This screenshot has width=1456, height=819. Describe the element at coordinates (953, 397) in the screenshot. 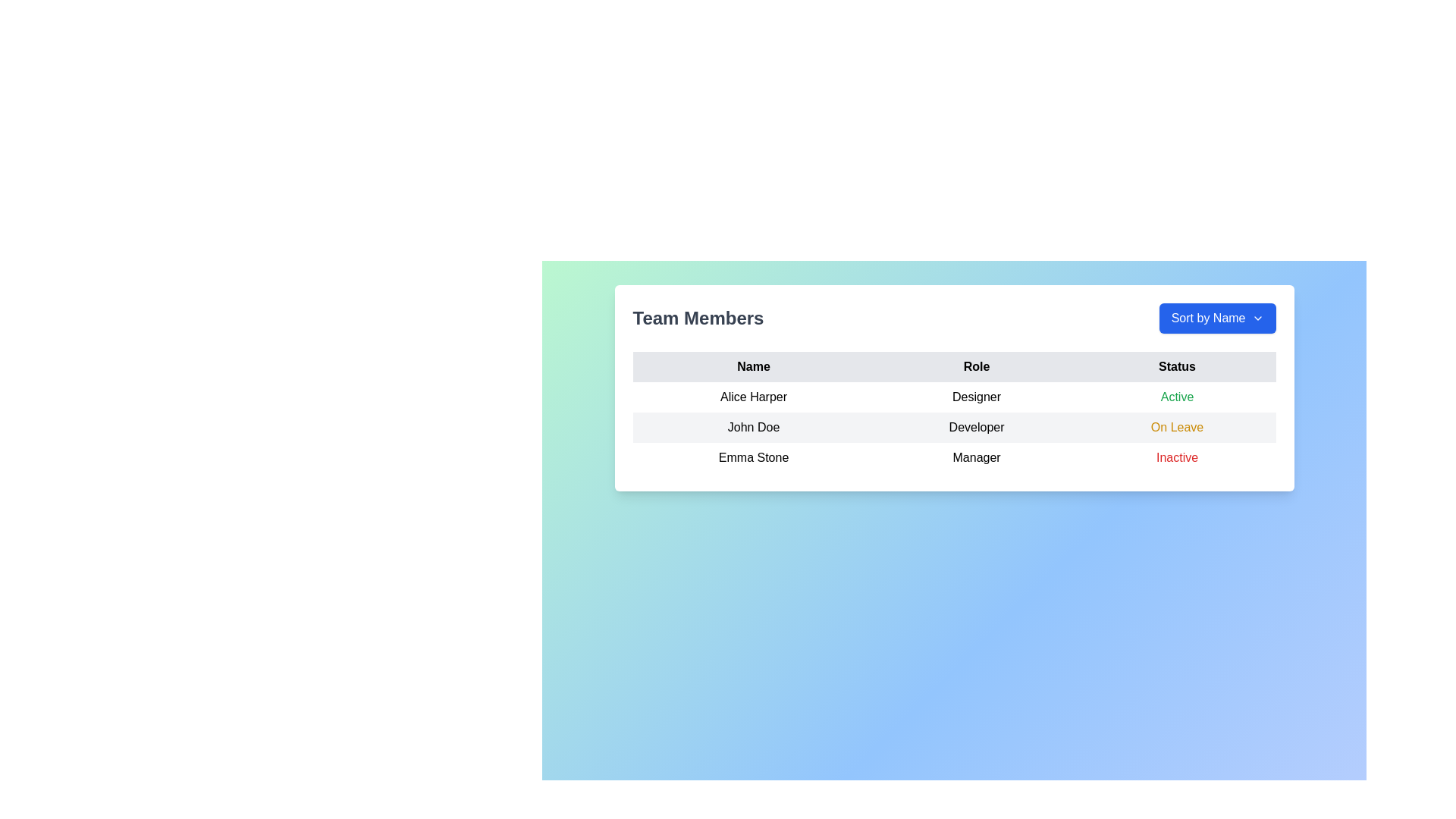

I see `the first row of the table under the 'Team Members' heading, which contains 'Alice Harper', 'Designer', and 'Active' status in green text` at that location.